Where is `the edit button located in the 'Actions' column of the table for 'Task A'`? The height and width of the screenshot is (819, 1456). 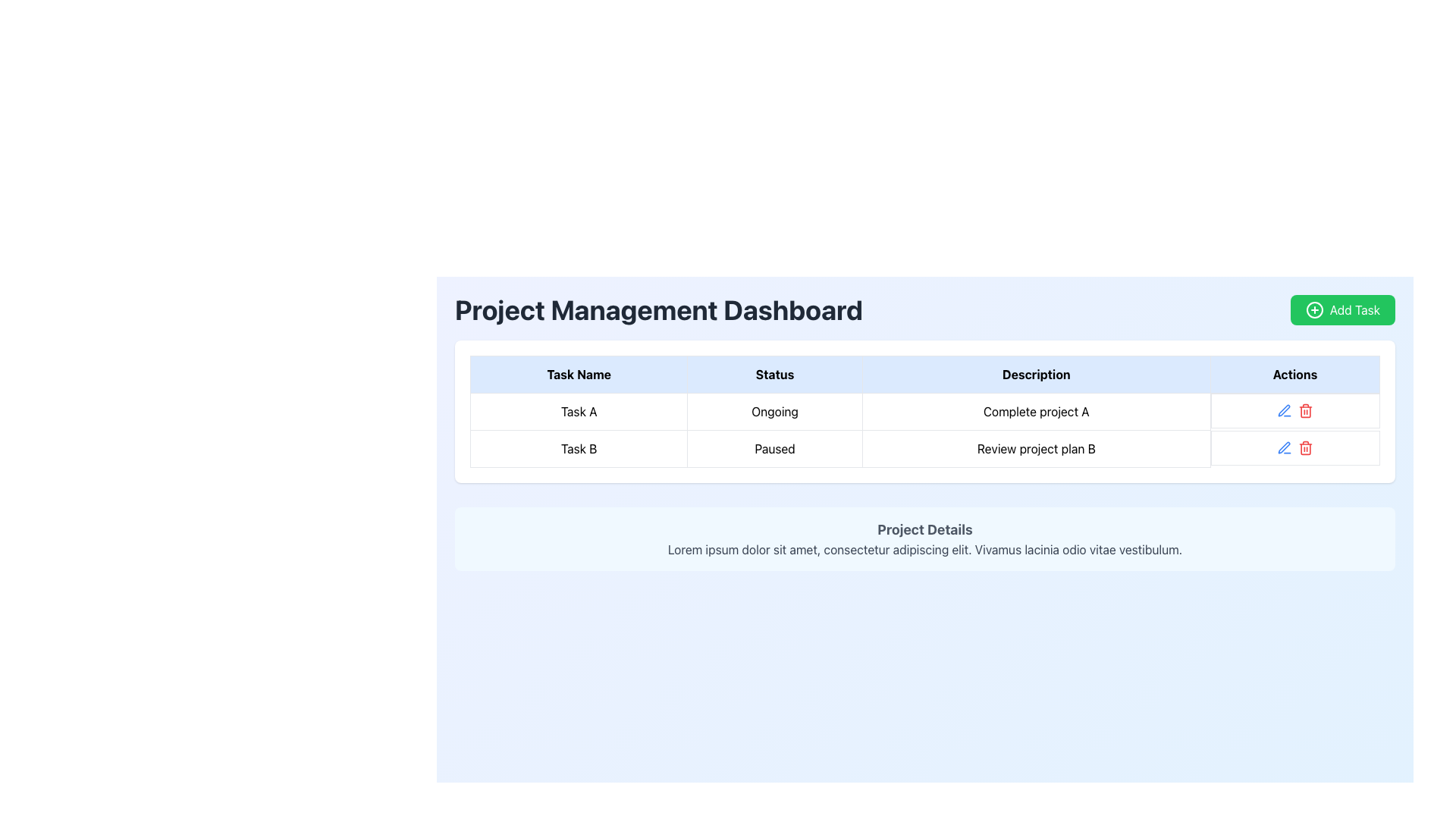 the edit button located in the 'Actions' column of the table for 'Task A' is located at coordinates (1283, 447).